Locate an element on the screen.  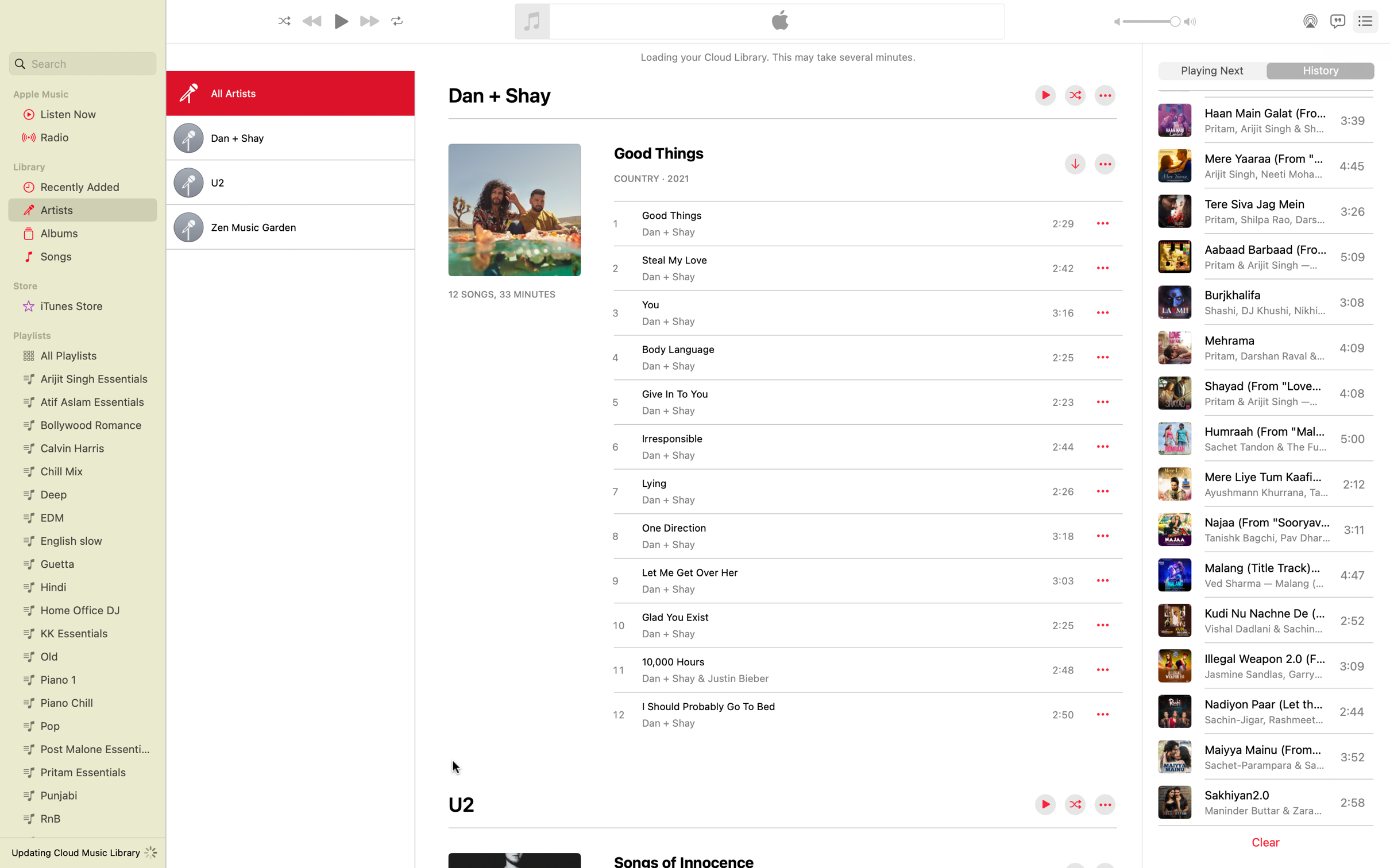
the more options menu for the song "Give In To You is located at coordinates (1103, 401).